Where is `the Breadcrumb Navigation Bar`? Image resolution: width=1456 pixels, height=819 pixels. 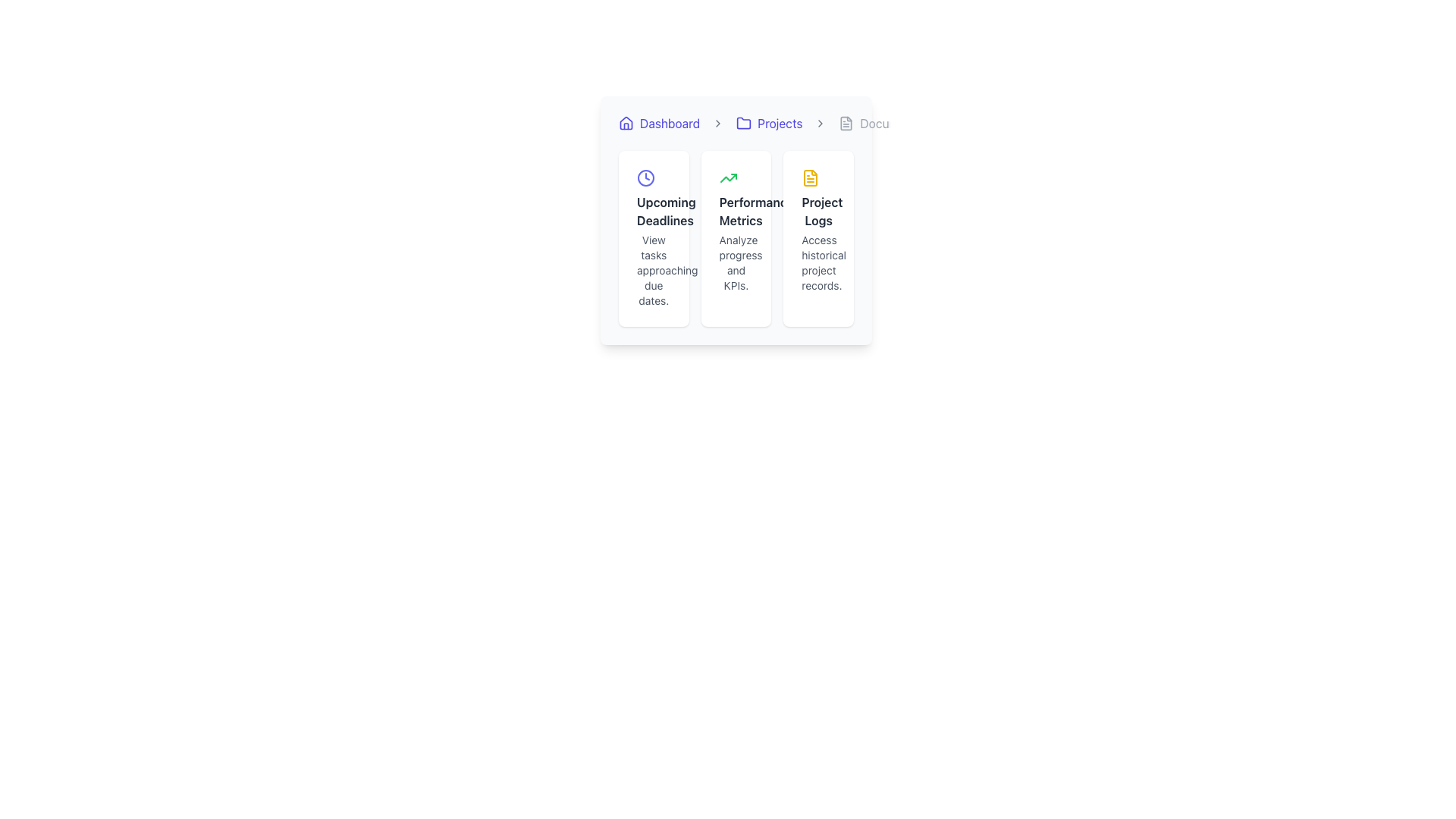 the Breadcrumb Navigation Bar is located at coordinates (736, 122).